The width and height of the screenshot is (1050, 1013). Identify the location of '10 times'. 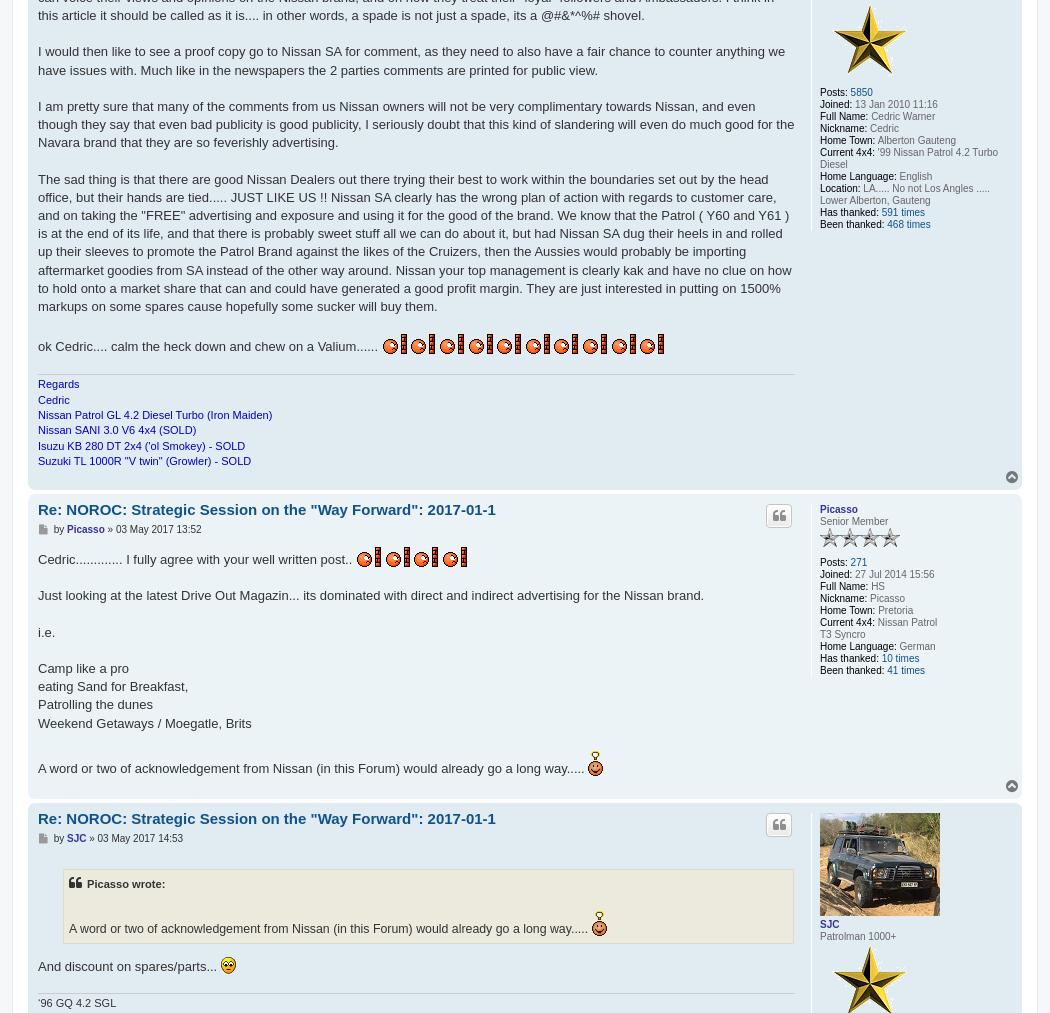
(898, 656).